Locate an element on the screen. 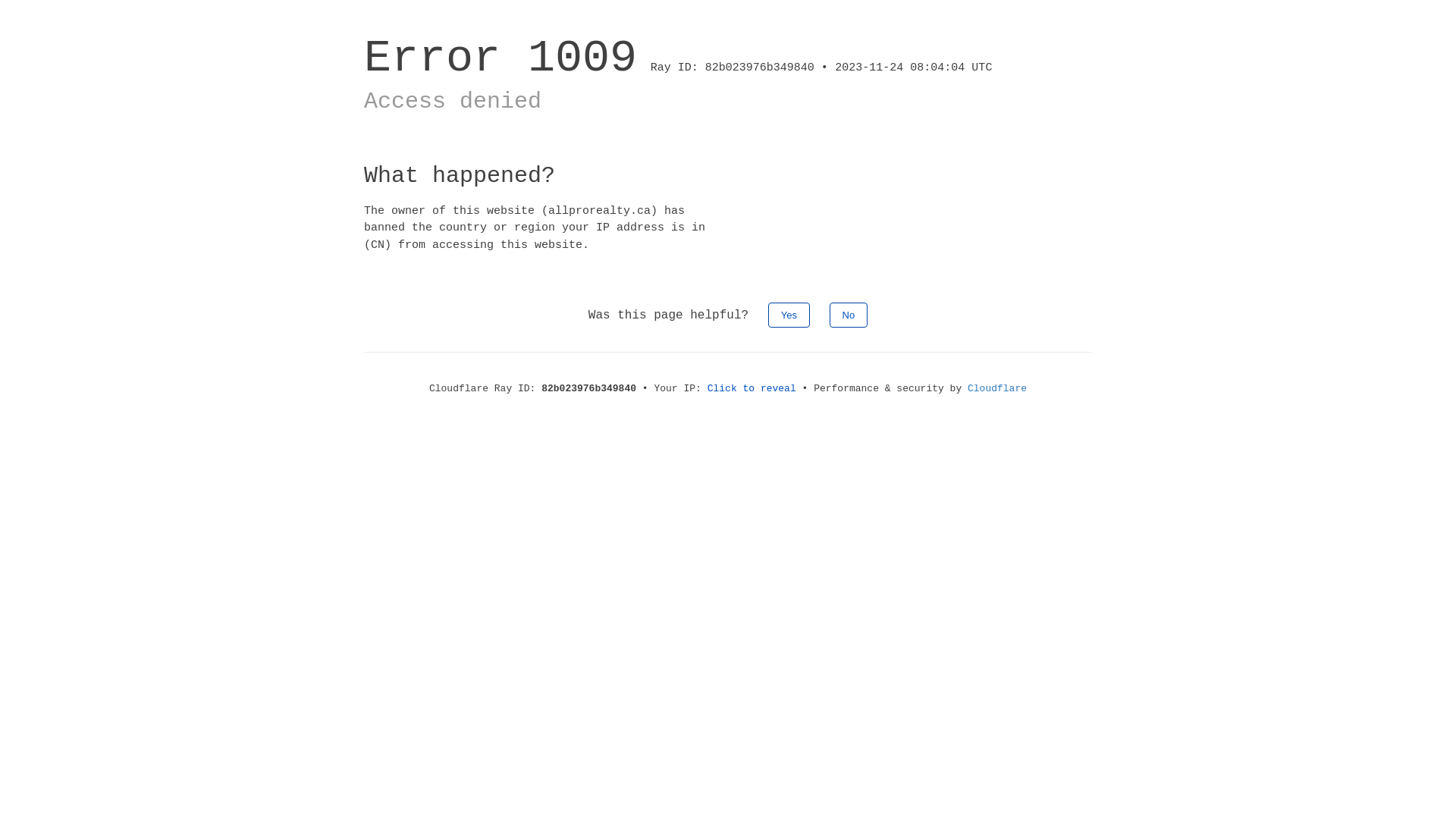 The width and height of the screenshot is (1456, 819). 'No' is located at coordinates (848, 314).